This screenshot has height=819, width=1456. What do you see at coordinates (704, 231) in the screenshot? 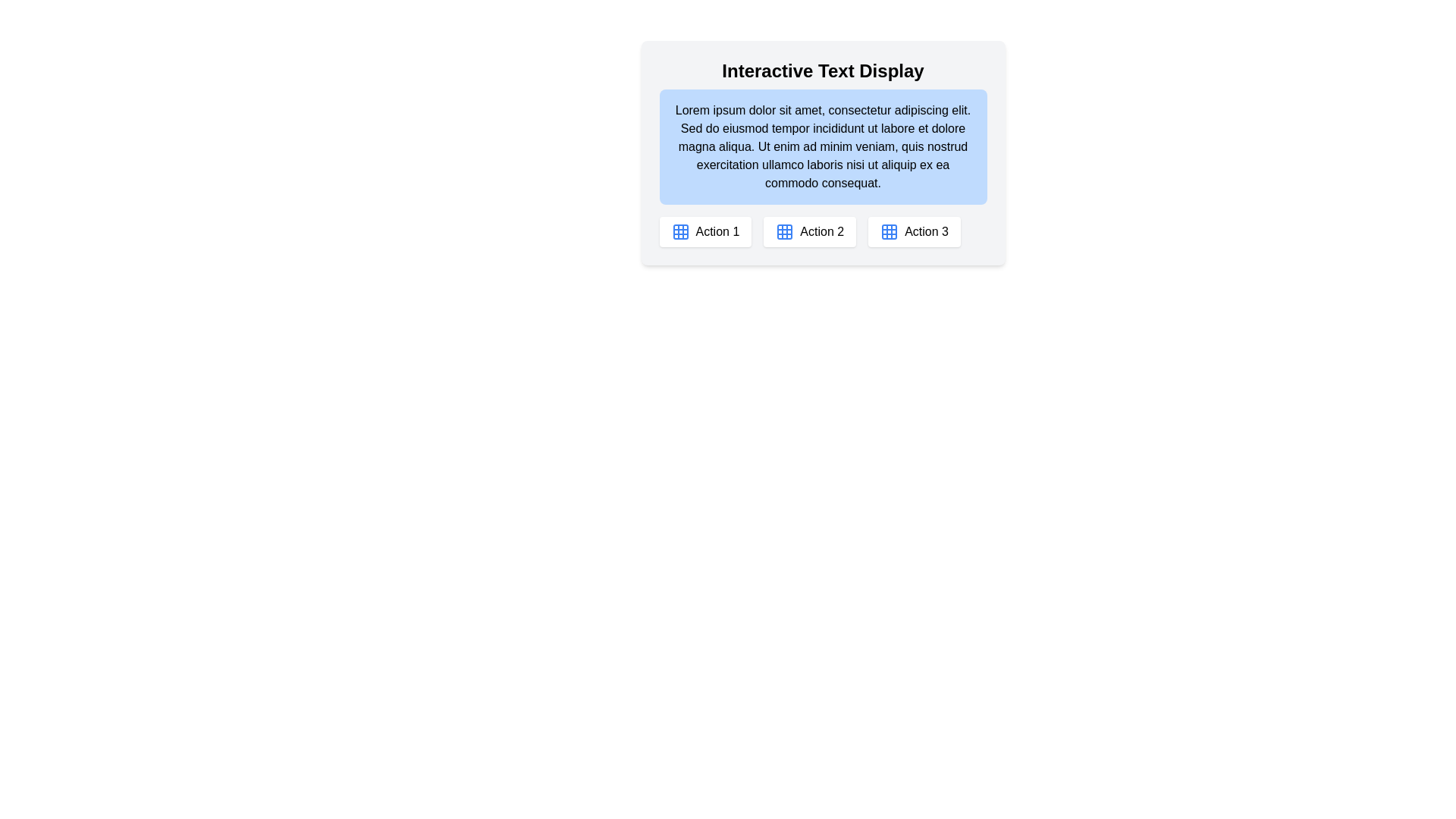
I see `the first button for 'Action 1' located at the bottom left of the card layout` at bounding box center [704, 231].